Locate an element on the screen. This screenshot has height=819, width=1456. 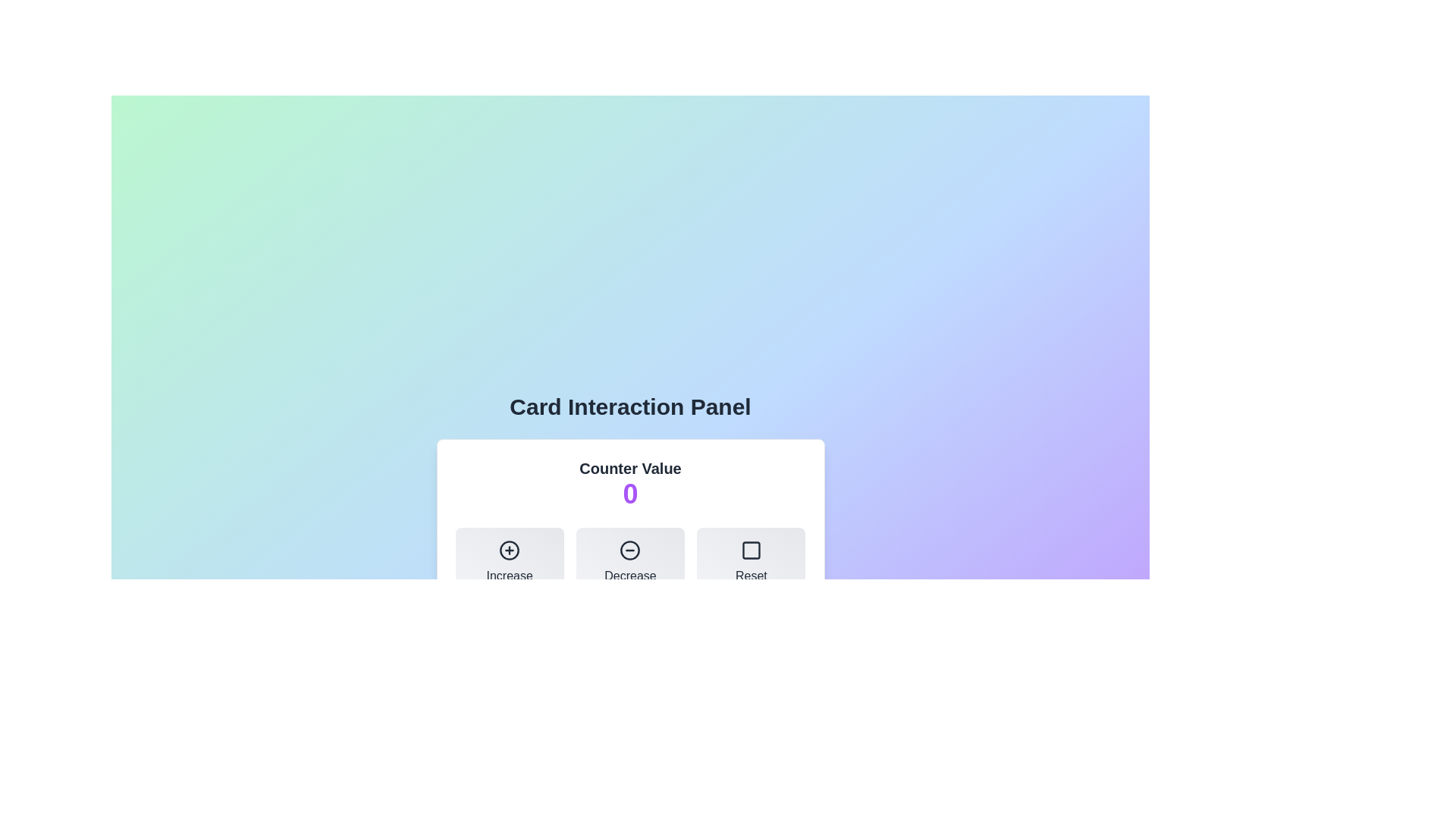
the decrement control button represented by the circle-minus icon, located in the 'Decrease' section beneath the 'Counter Value' heading, to decrease the displayed numerical value is located at coordinates (630, 550).